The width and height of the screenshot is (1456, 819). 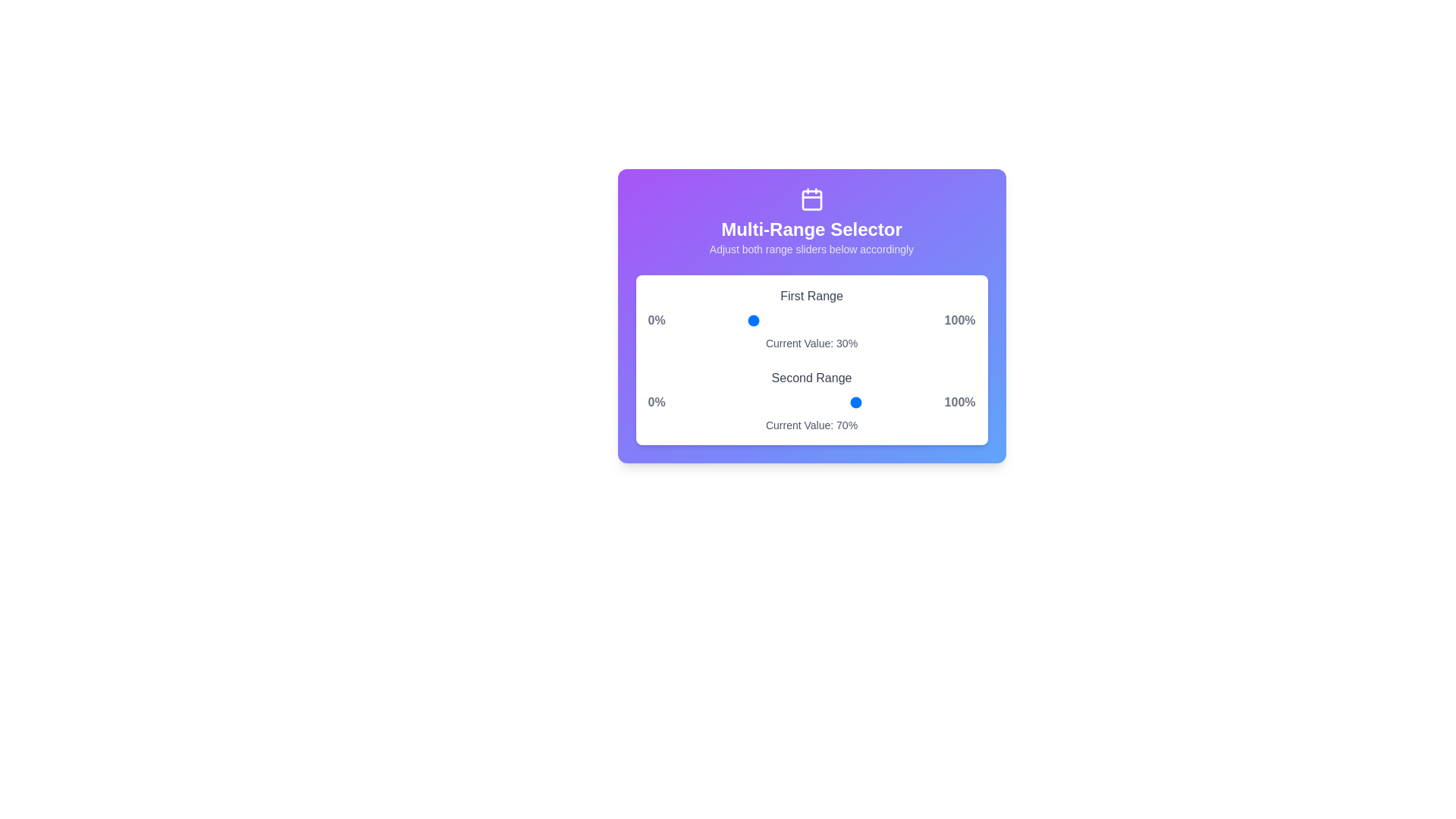 I want to click on the second slider range, so click(x=764, y=402).